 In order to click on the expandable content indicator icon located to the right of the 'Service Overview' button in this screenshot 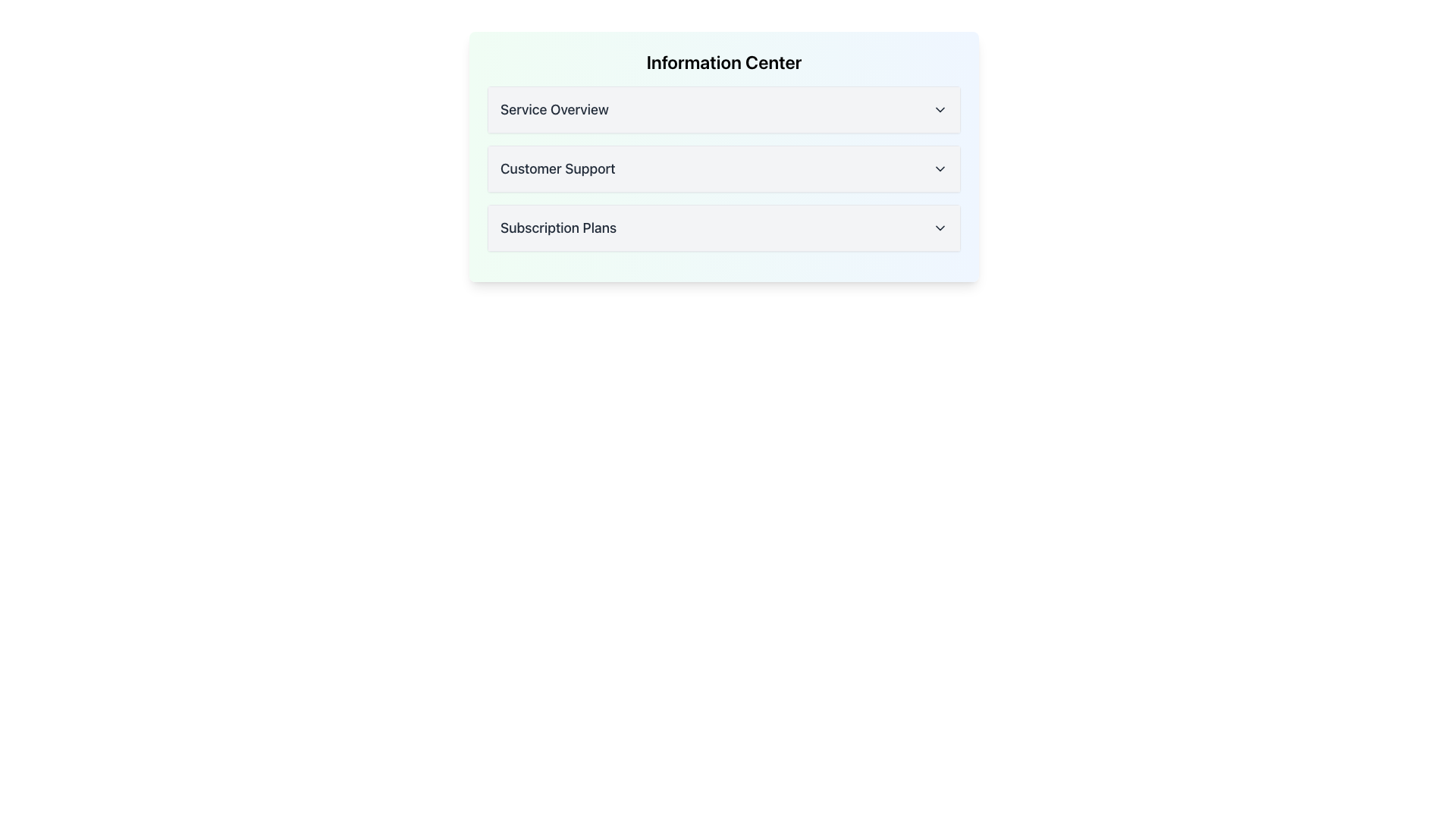, I will do `click(939, 109)`.